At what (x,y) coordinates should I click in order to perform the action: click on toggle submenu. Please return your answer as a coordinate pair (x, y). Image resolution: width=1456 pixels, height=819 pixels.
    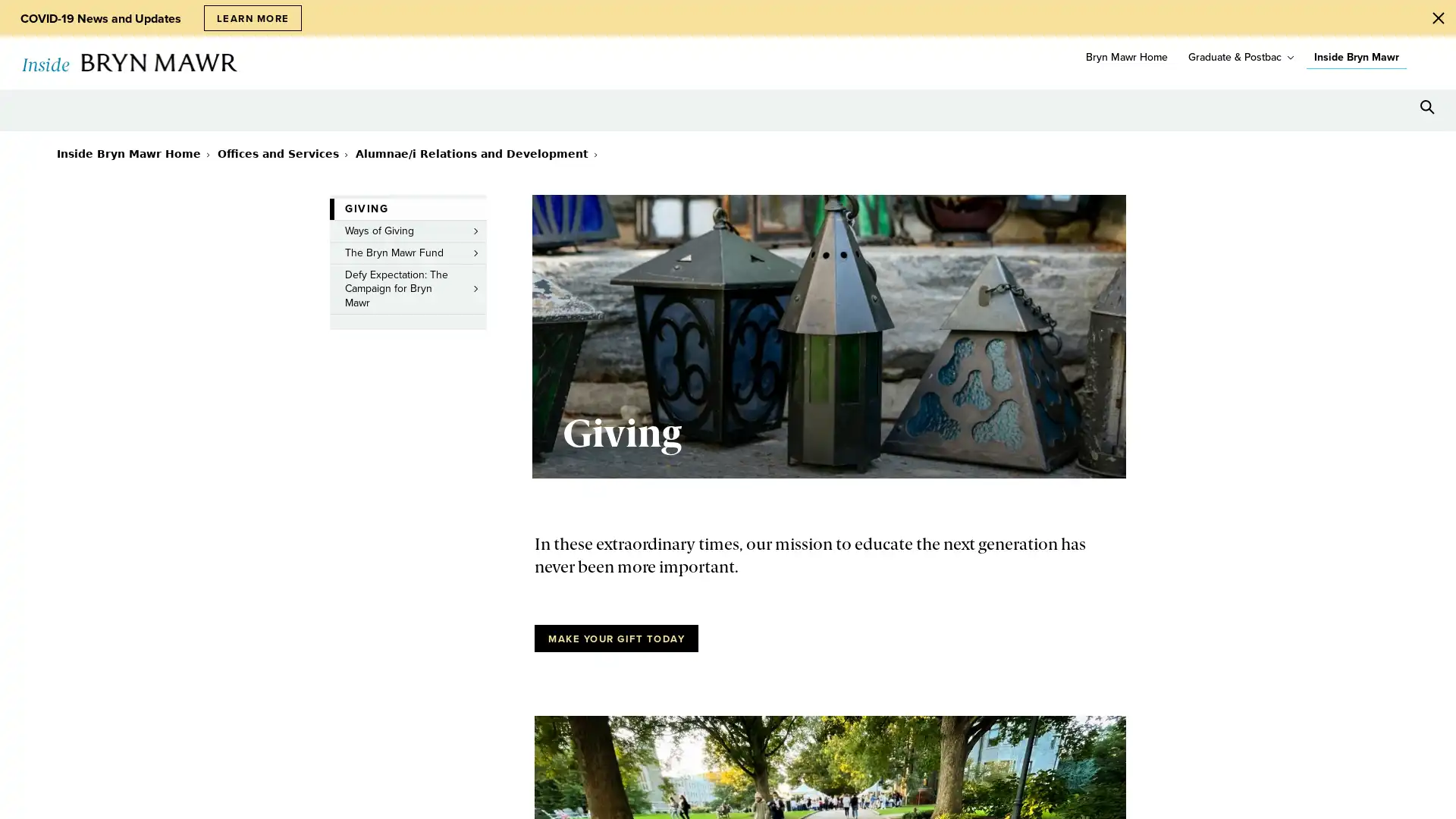
    Looking at the image, I should click on (331, 99).